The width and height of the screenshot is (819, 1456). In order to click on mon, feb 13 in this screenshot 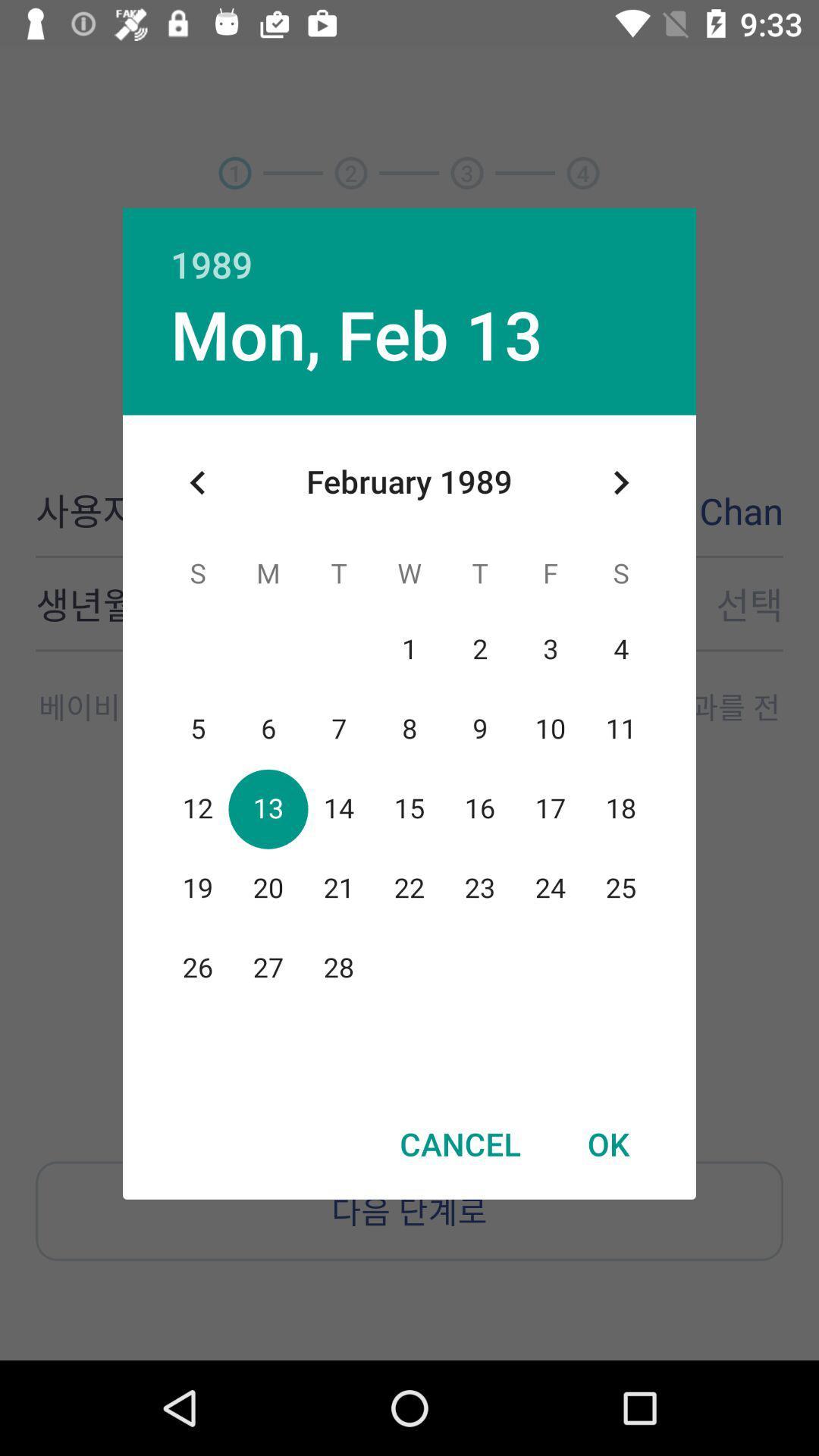, I will do `click(356, 333)`.